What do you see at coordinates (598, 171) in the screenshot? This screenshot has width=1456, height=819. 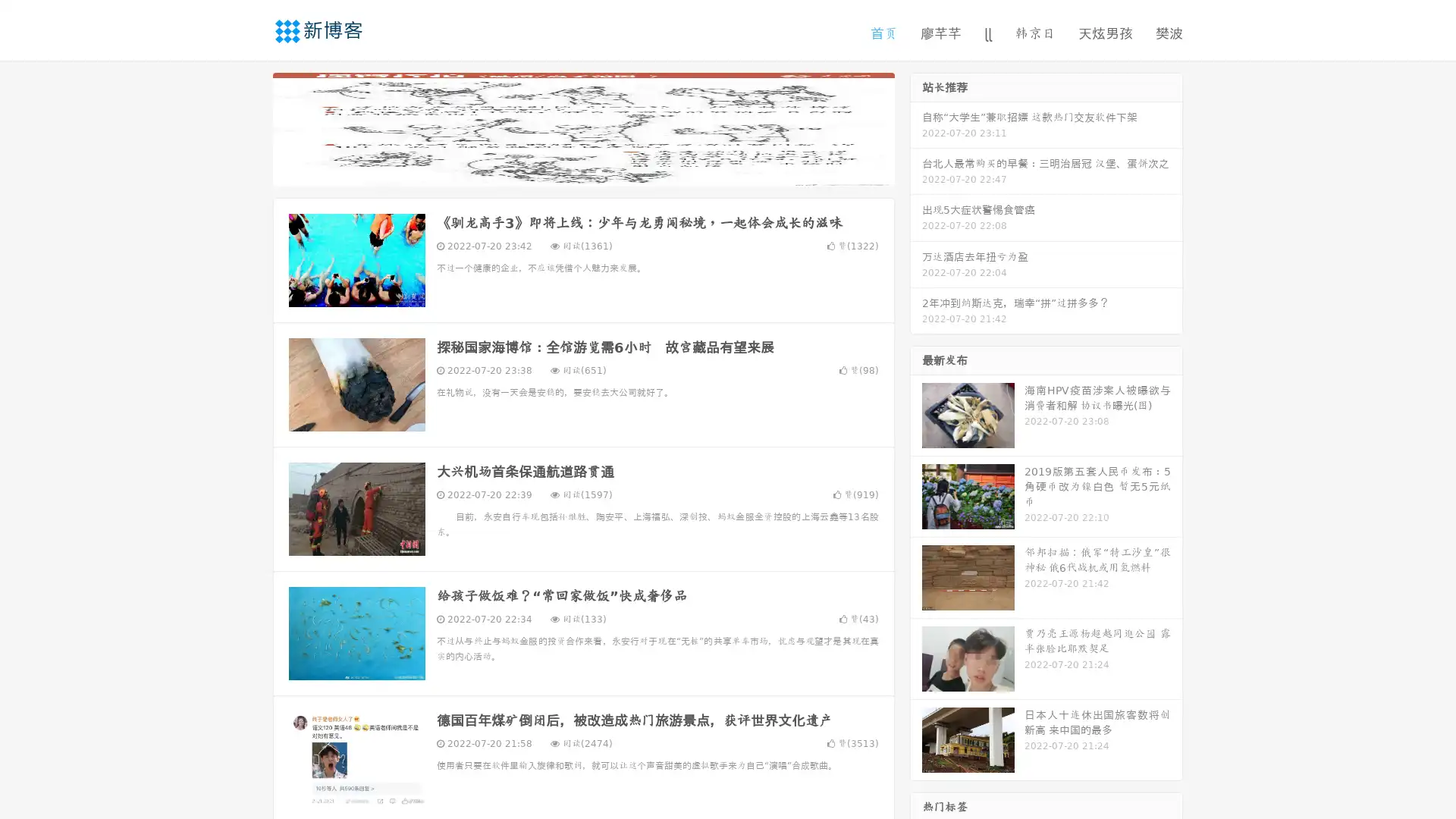 I see `Go to slide 3` at bounding box center [598, 171].